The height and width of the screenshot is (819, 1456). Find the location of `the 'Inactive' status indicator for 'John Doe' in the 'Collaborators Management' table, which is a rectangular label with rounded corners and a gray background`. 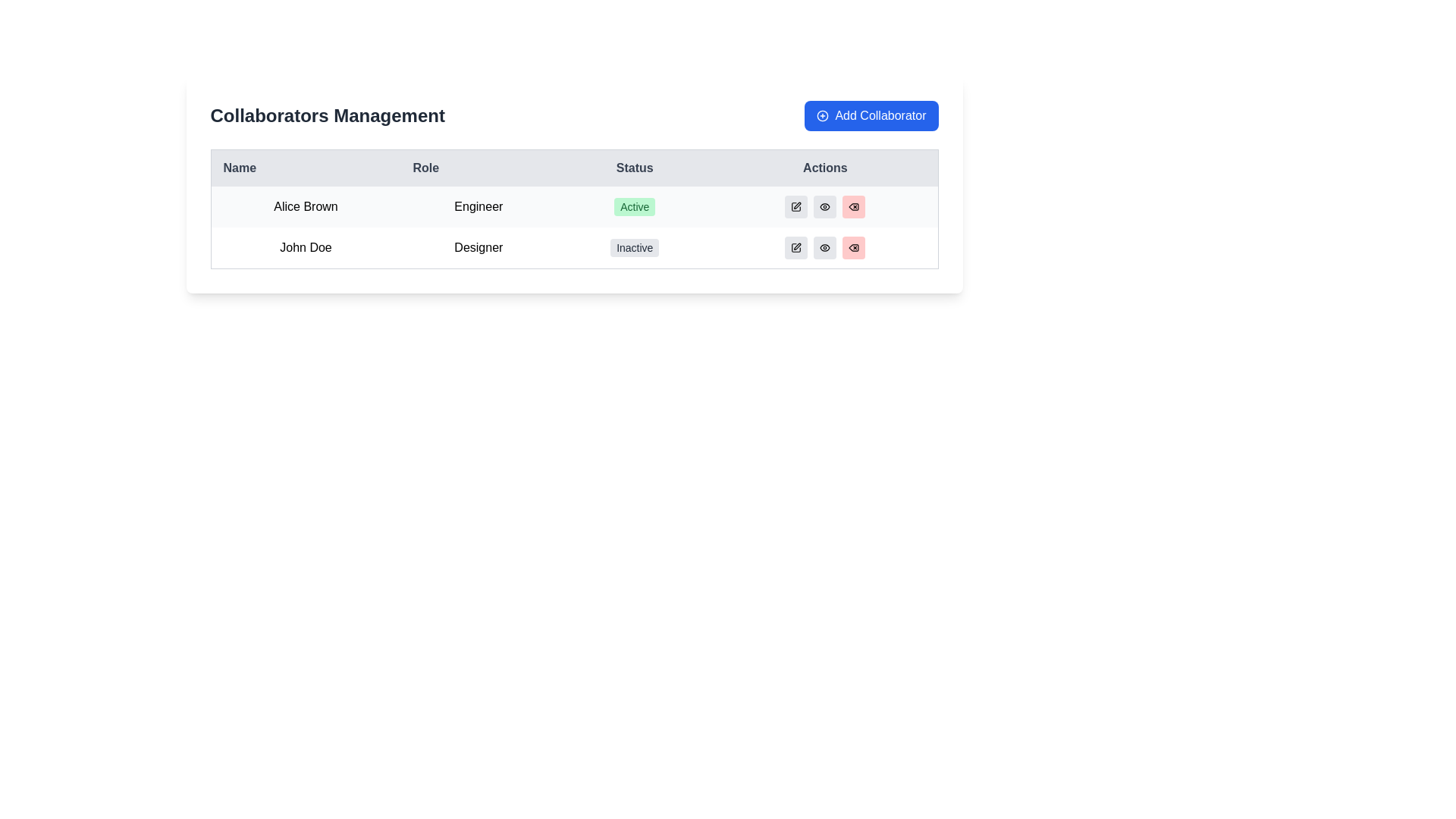

the 'Inactive' status indicator for 'John Doe' in the 'Collaborators Management' table, which is a rectangular label with rounded corners and a gray background is located at coordinates (635, 247).